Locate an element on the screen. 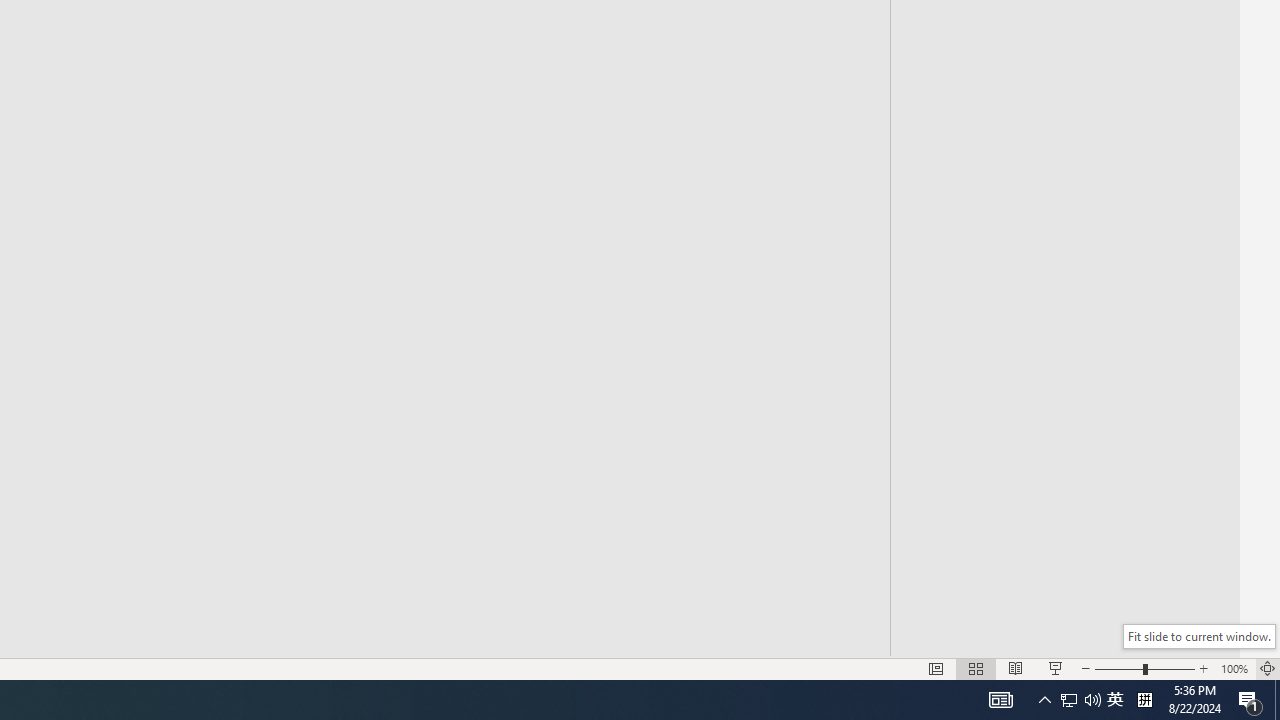  'Fit slide to current window.' is located at coordinates (1199, 636).